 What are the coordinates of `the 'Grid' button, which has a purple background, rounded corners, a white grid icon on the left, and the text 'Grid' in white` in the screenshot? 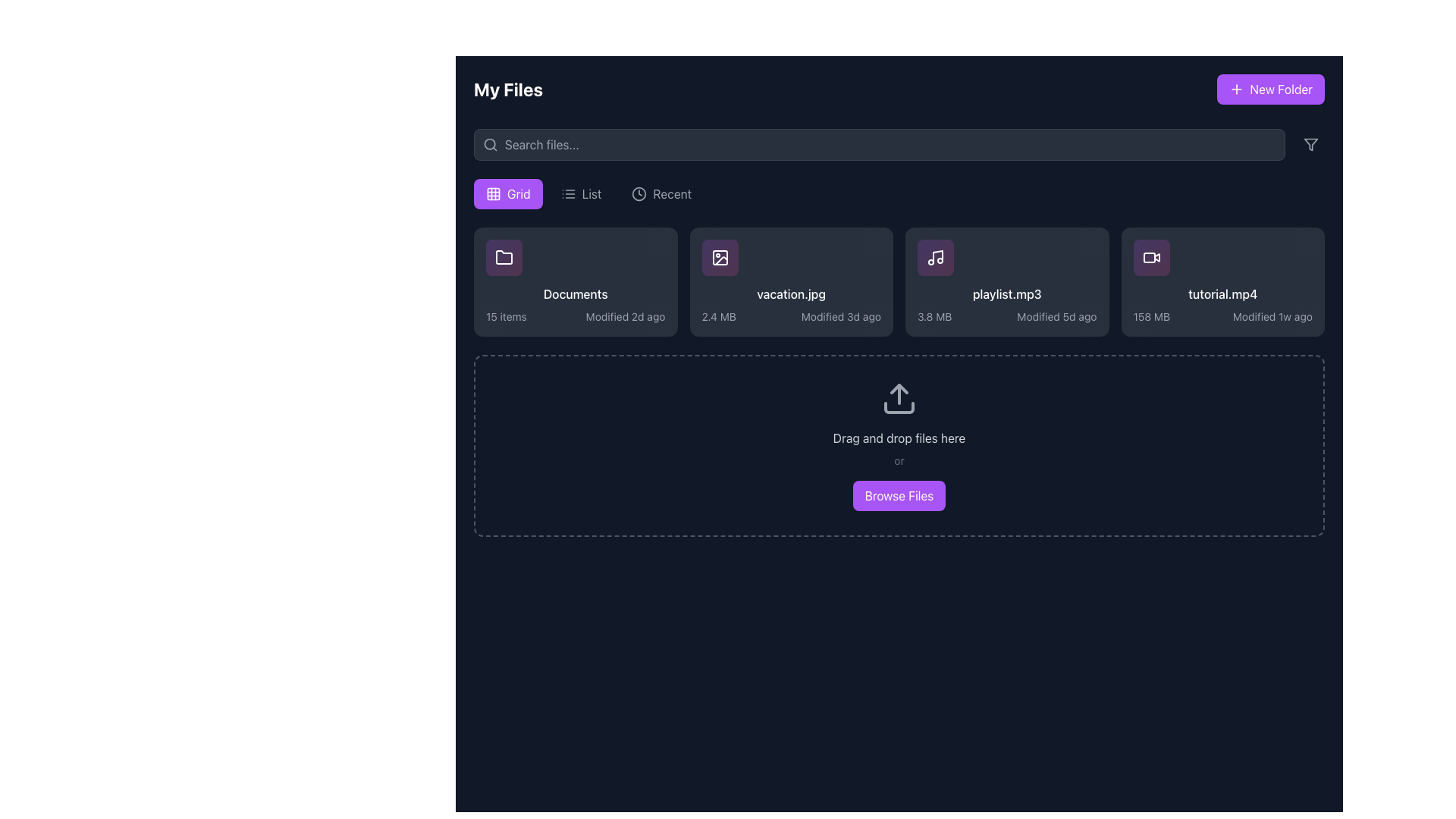 It's located at (508, 193).